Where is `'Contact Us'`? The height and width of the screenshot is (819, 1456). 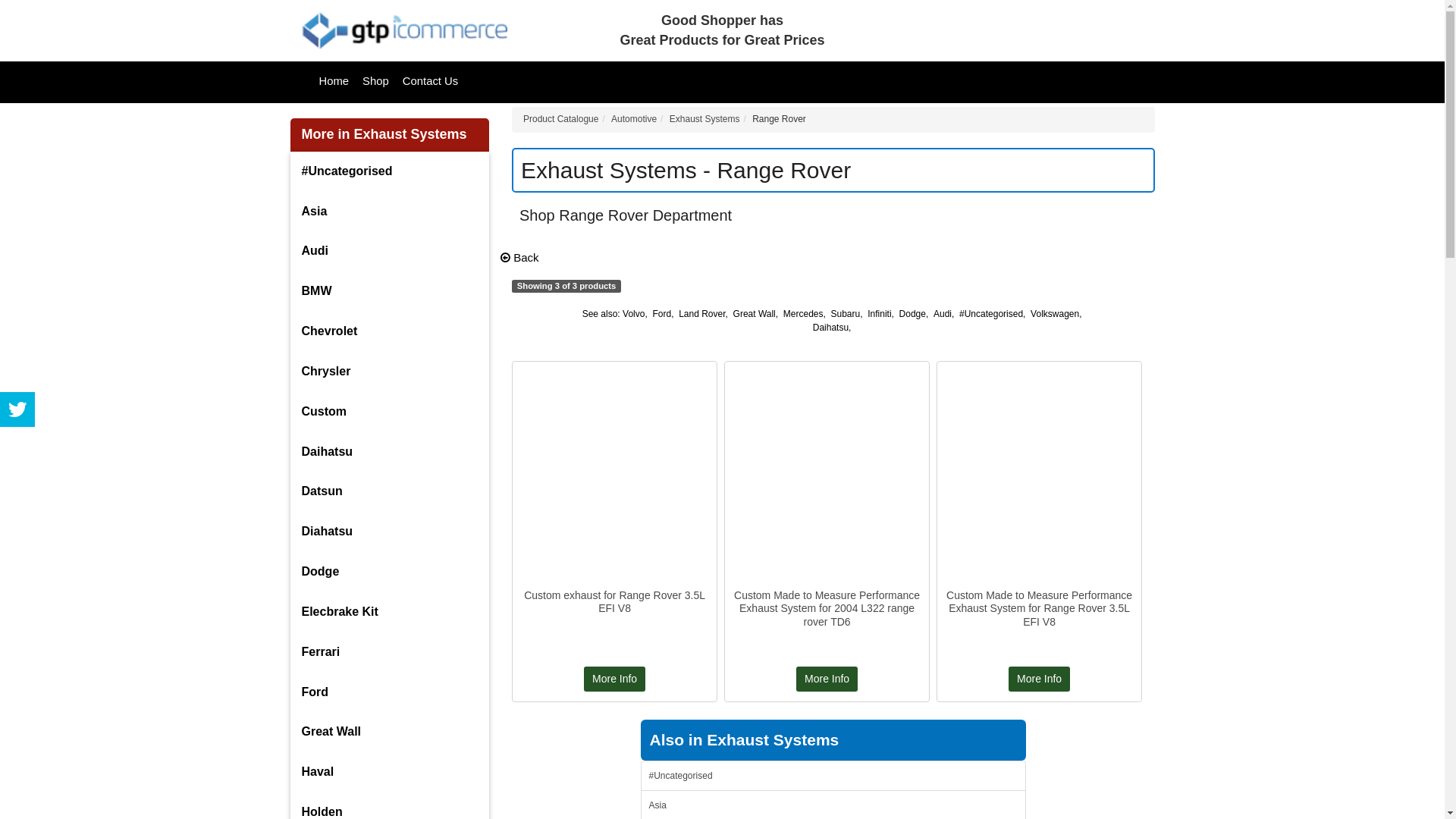
'Contact Us' is located at coordinates (429, 81).